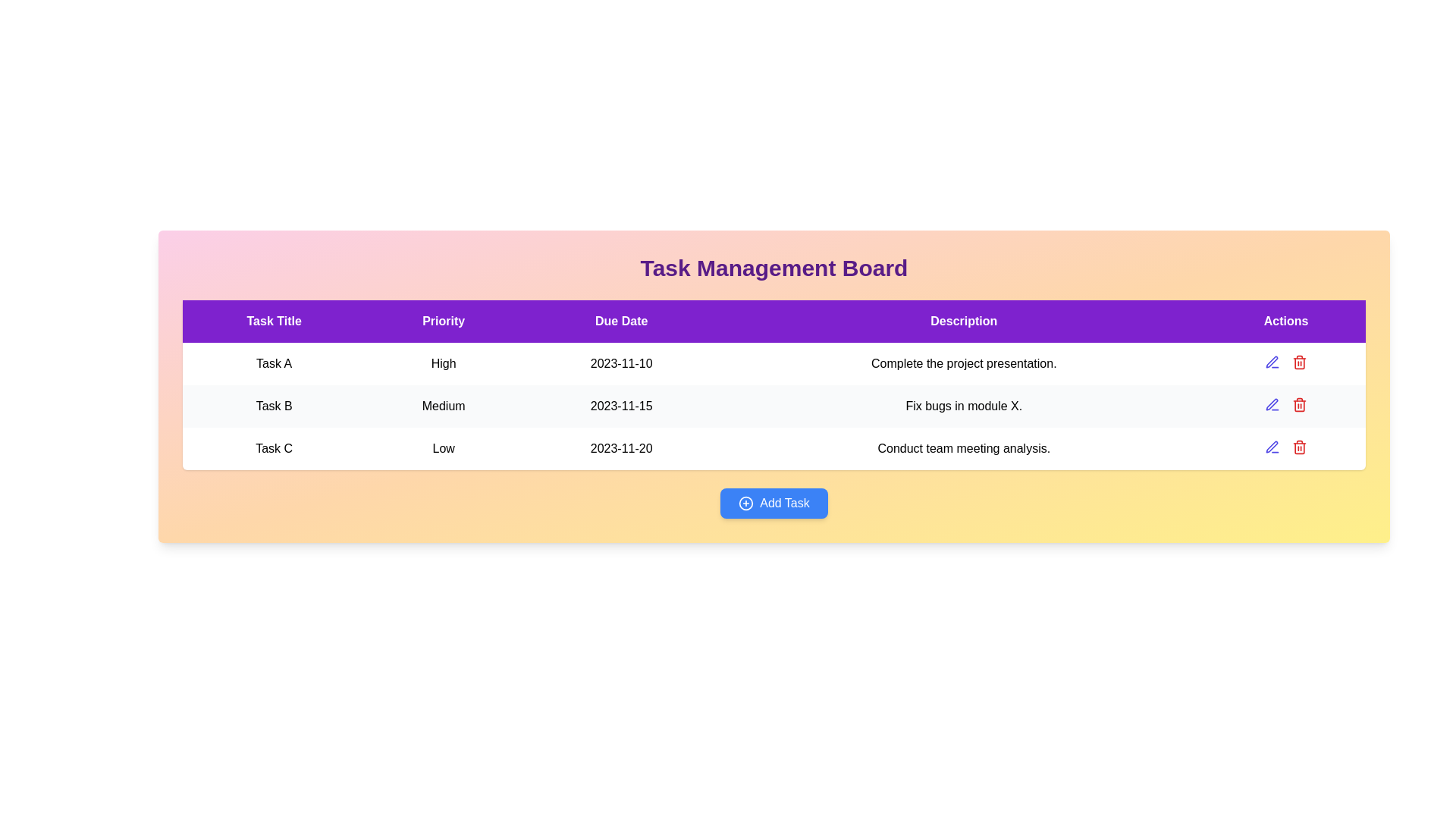 Image resolution: width=1456 pixels, height=819 pixels. Describe the element at coordinates (774, 503) in the screenshot. I see `the call-to-action button at the bottom of the task management board` at that location.